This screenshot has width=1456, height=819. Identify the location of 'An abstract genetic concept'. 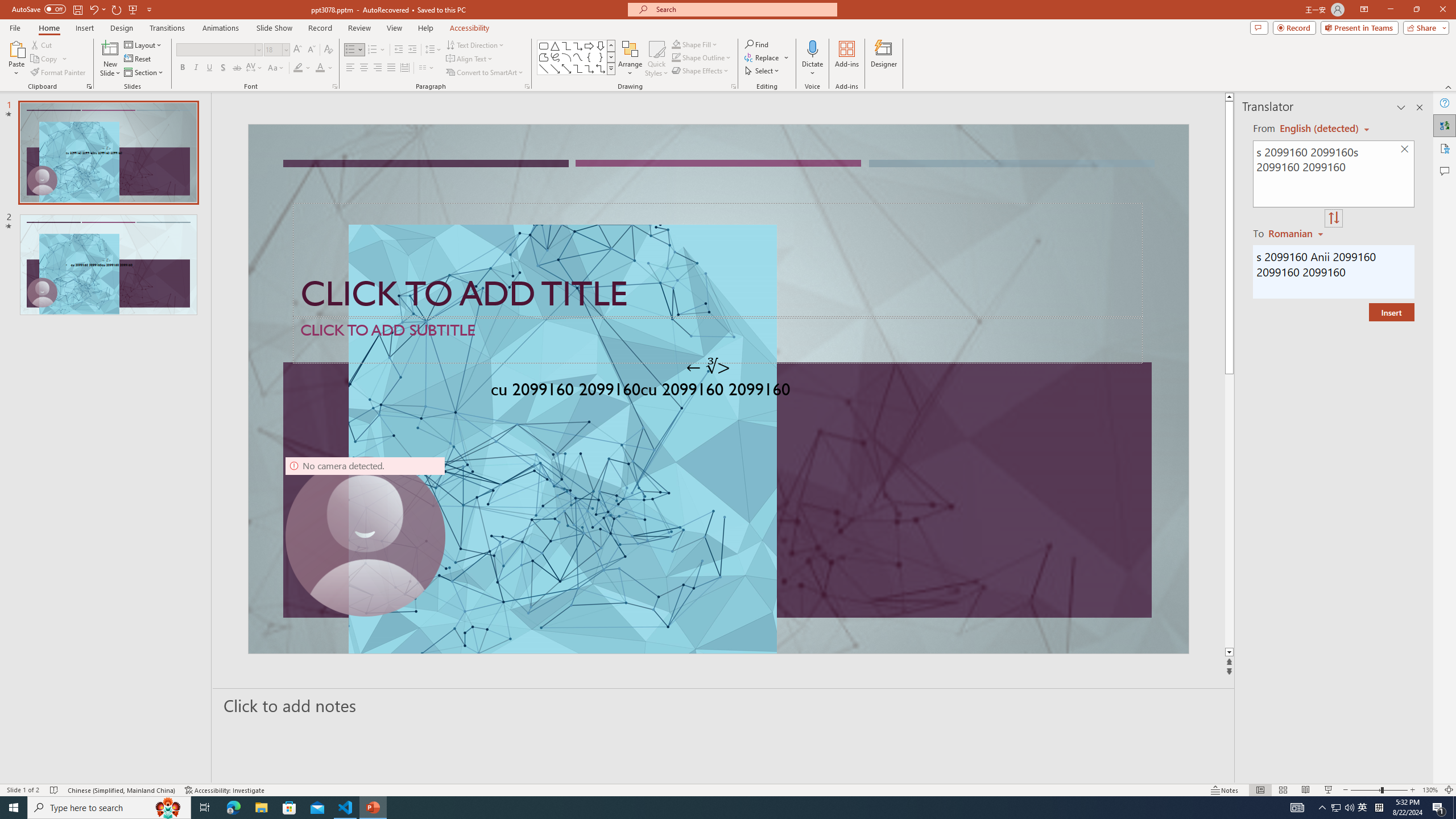
(718, 388).